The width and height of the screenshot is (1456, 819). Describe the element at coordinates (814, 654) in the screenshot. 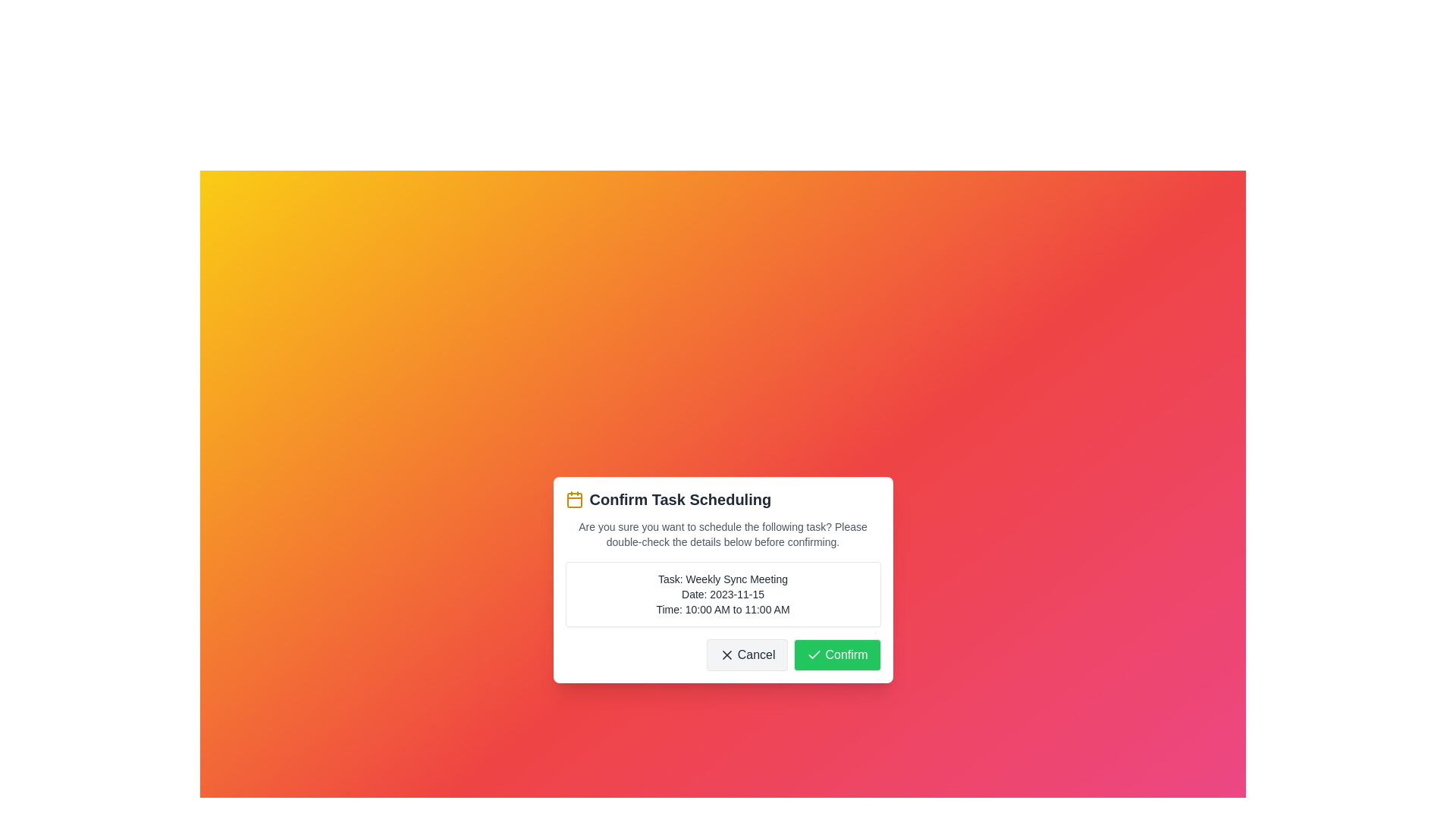

I see `the checkmark icon located inside the green 'Confirm' button at the bottom-right corner of the dialog box` at that location.